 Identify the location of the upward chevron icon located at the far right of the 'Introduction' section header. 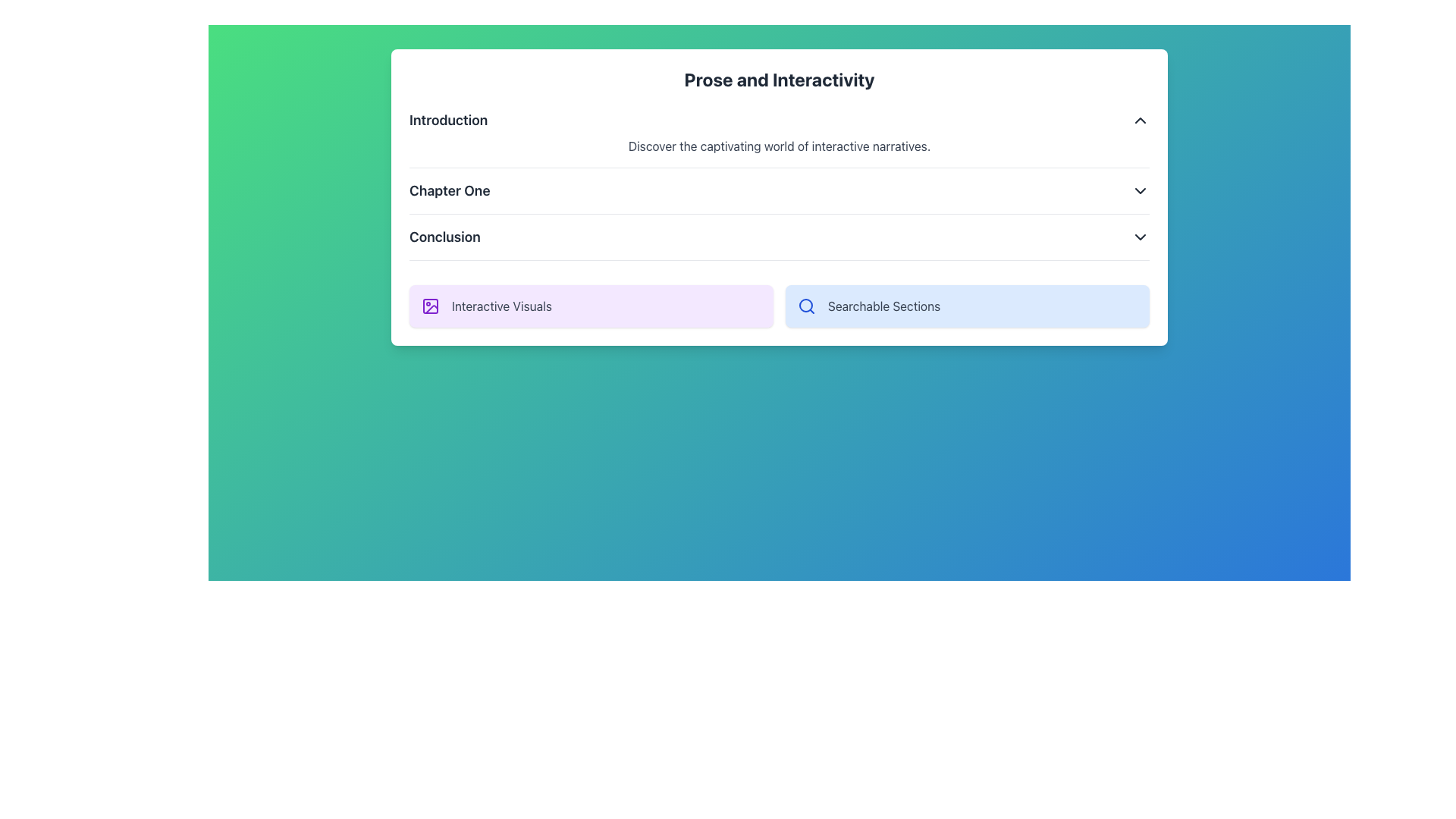
(1140, 119).